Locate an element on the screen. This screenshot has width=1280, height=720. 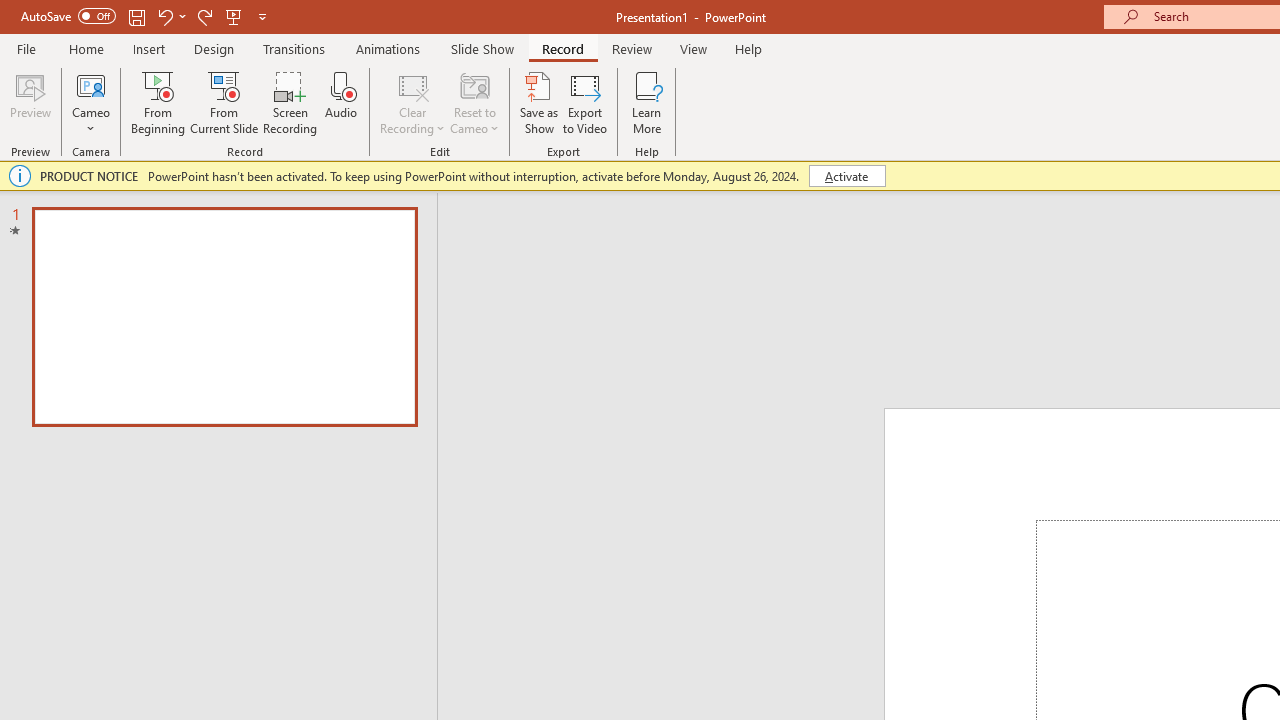
'Activate' is located at coordinates (847, 175).